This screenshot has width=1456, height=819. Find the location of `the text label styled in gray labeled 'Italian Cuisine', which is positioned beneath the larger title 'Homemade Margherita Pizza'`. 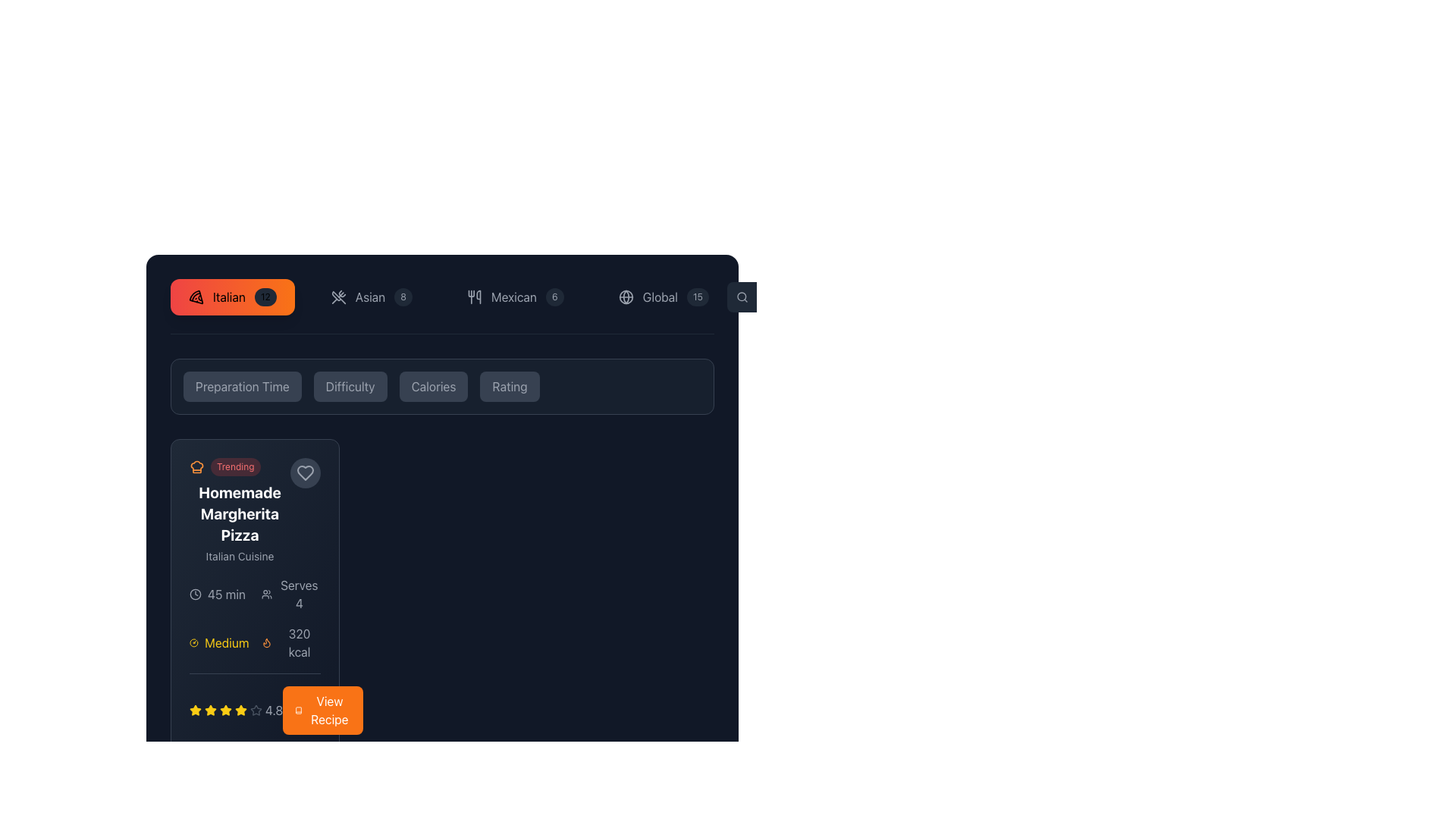

the text label styled in gray labeled 'Italian Cuisine', which is positioned beneath the larger title 'Homemade Margherita Pizza' is located at coordinates (239, 556).